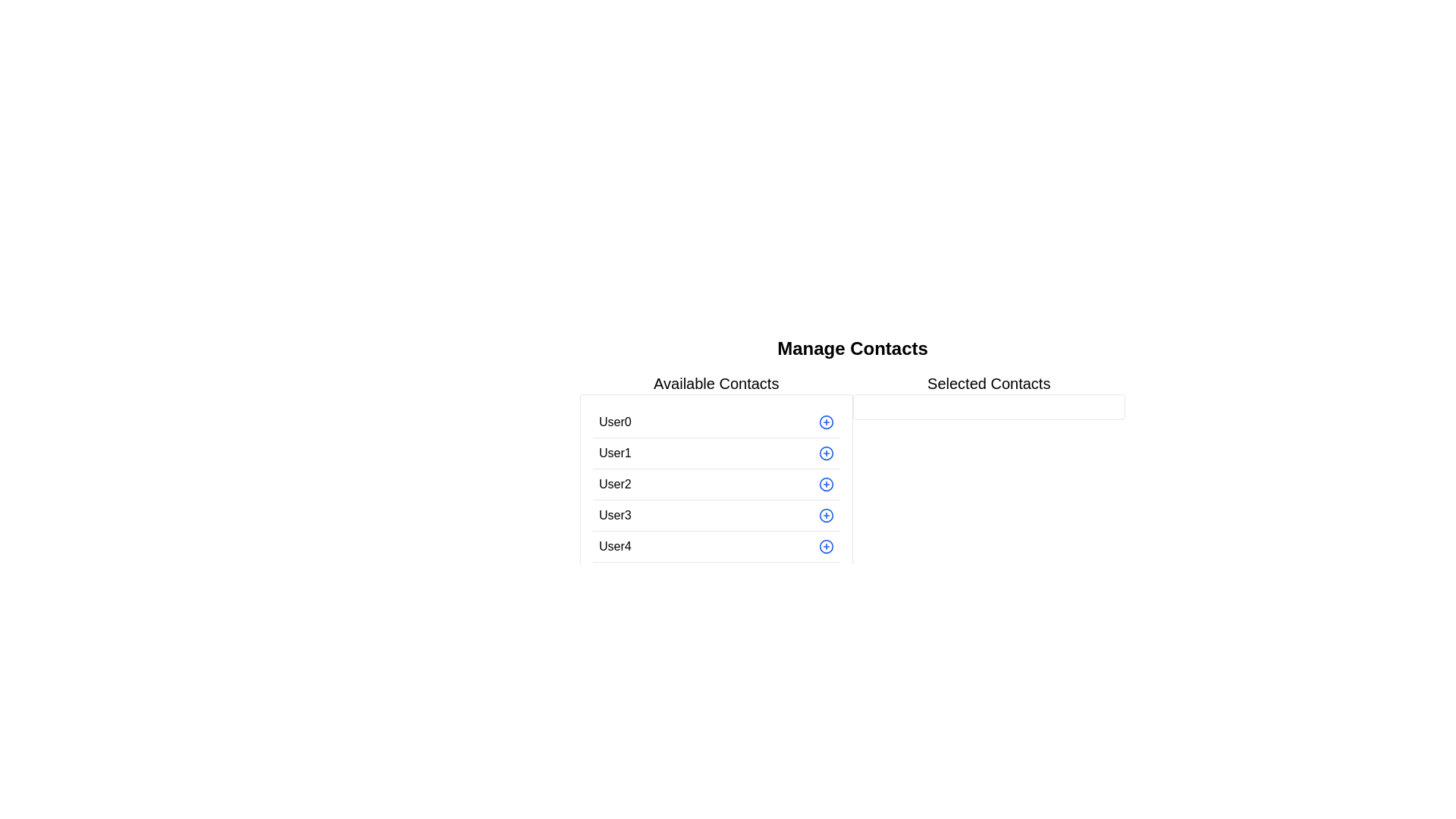 Image resolution: width=1456 pixels, height=819 pixels. I want to click on the text element labeled 'User3', which is the fourth entry in the list of usernames under 'Available Contacts', so click(615, 514).